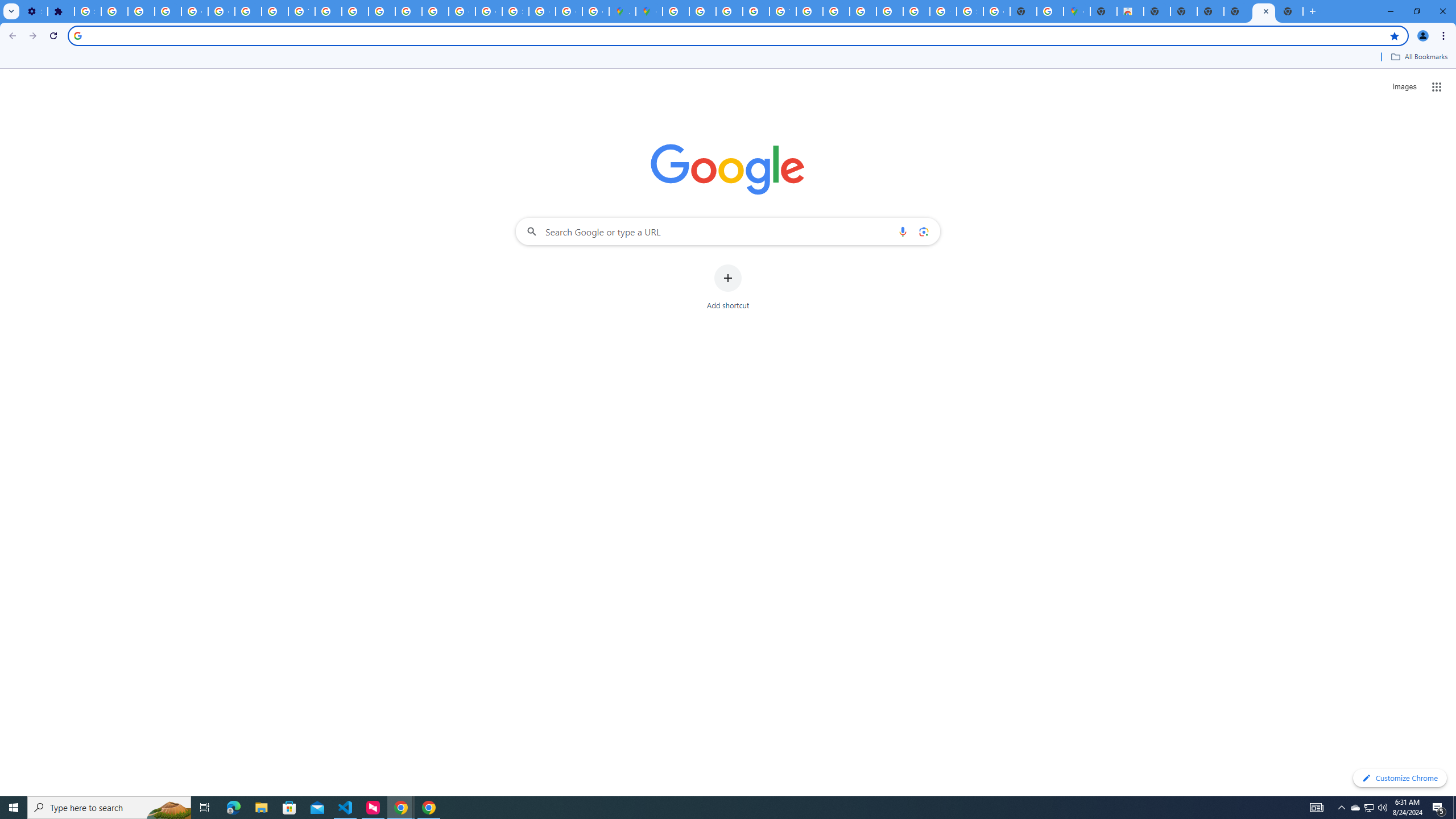 Image resolution: width=1456 pixels, height=819 pixels. What do you see at coordinates (1400, 777) in the screenshot?
I see `'Customize Chrome'` at bounding box center [1400, 777].